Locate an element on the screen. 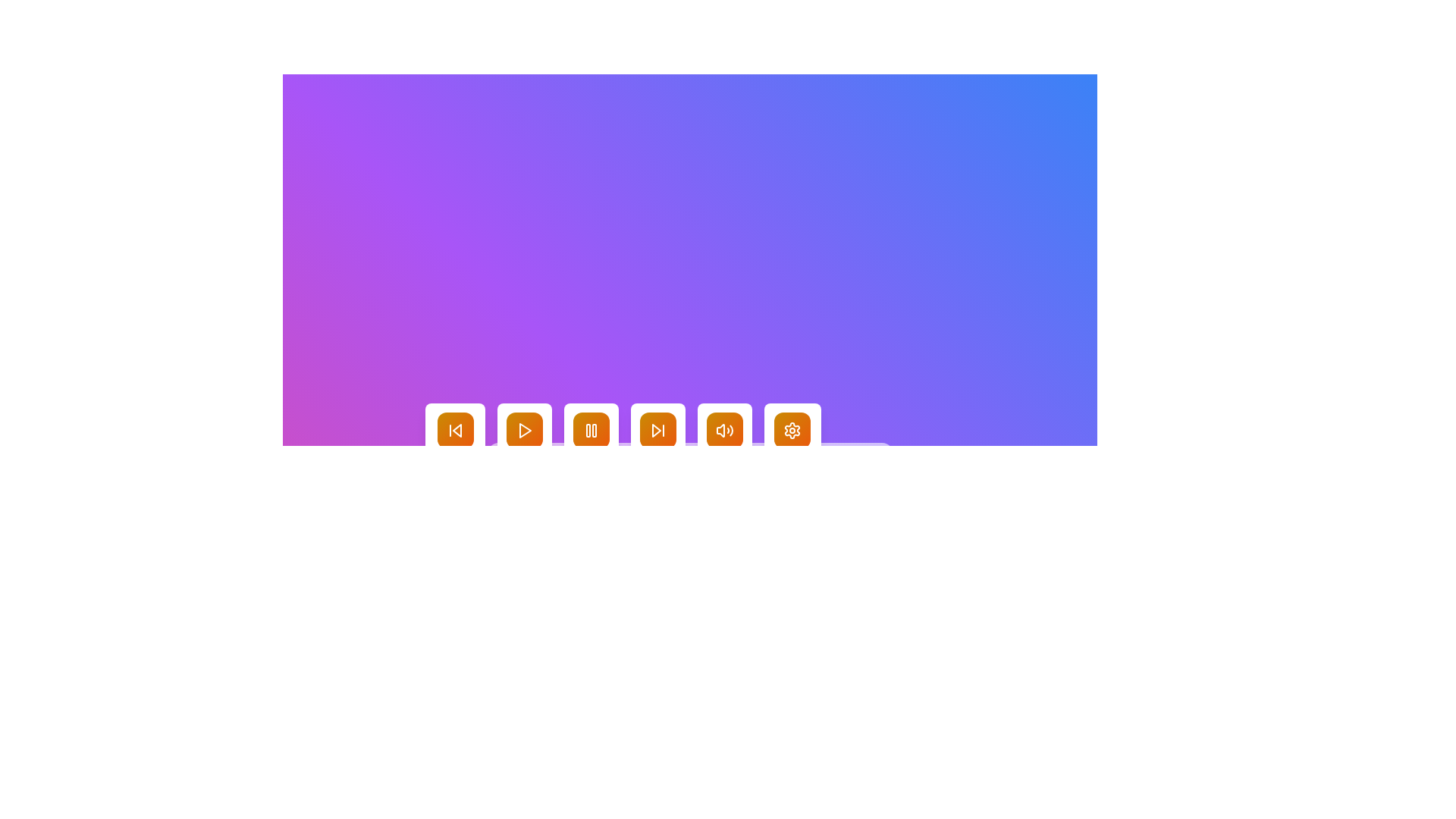 This screenshot has width=1456, height=819. the third button from the left in the central portion of the button set is located at coordinates (590, 430).